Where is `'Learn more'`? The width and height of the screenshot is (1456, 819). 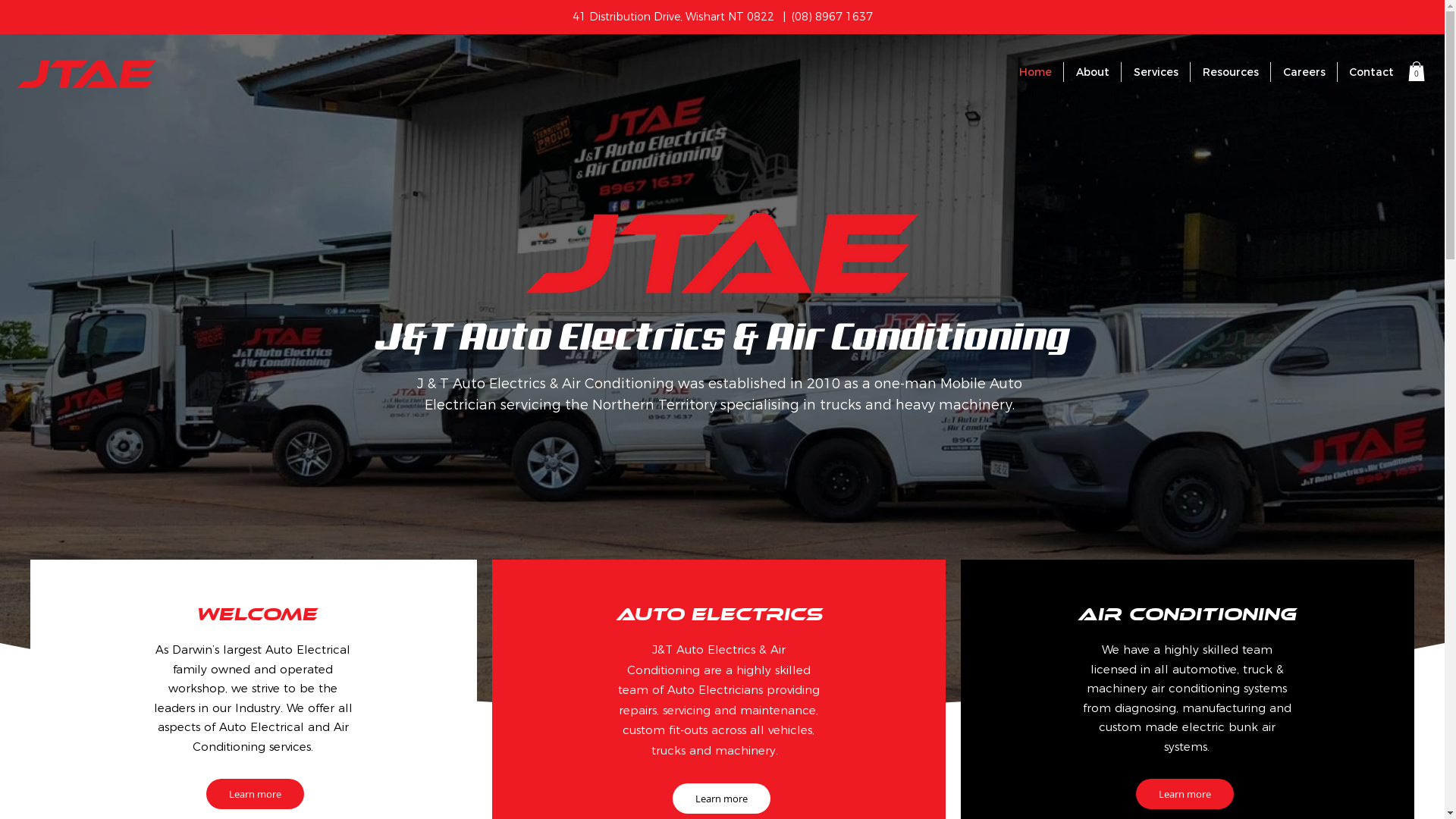
'Learn more' is located at coordinates (720, 798).